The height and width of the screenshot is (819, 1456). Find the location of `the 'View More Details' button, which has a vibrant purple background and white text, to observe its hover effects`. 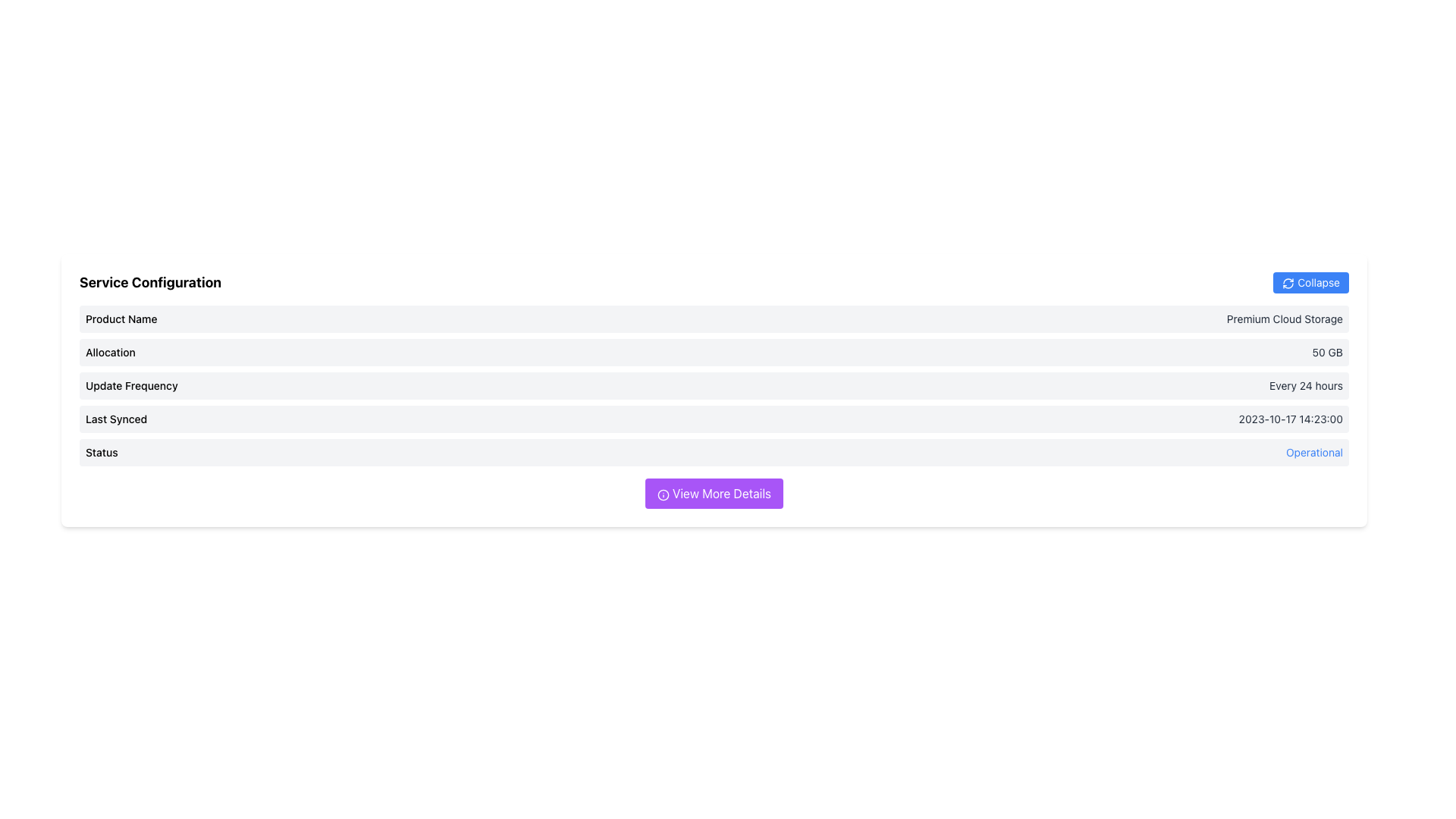

the 'View More Details' button, which has a vibrant purple background and white text, to observe its hover effects is located at coordinates (713, 494).